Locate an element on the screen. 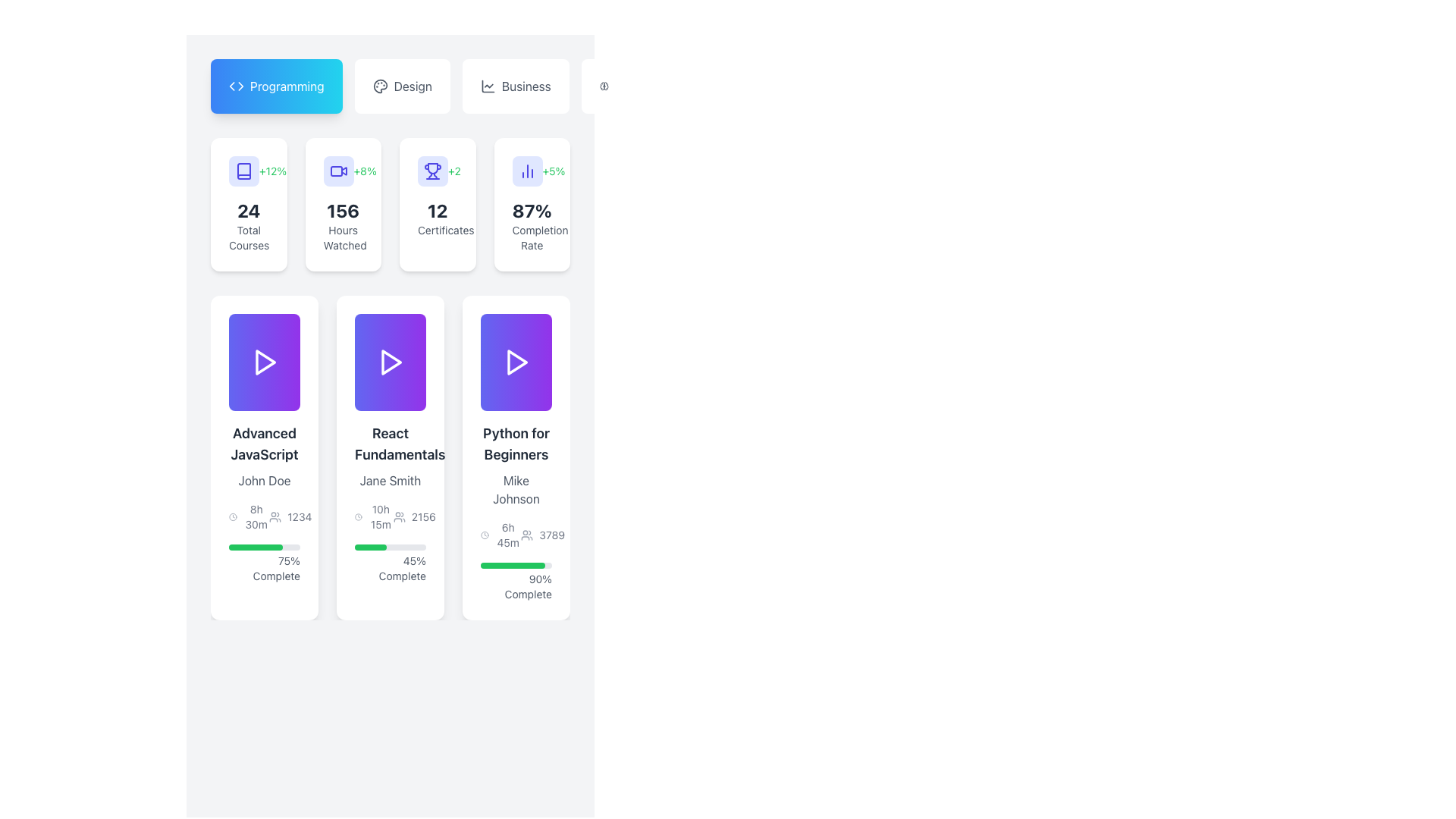 This screenshot has height=819, width=1456. value displayed in the bold text element showing '87%' located at the top-right section of the fourth informational card on the dashboard interface is located at coordinates (532, 210).